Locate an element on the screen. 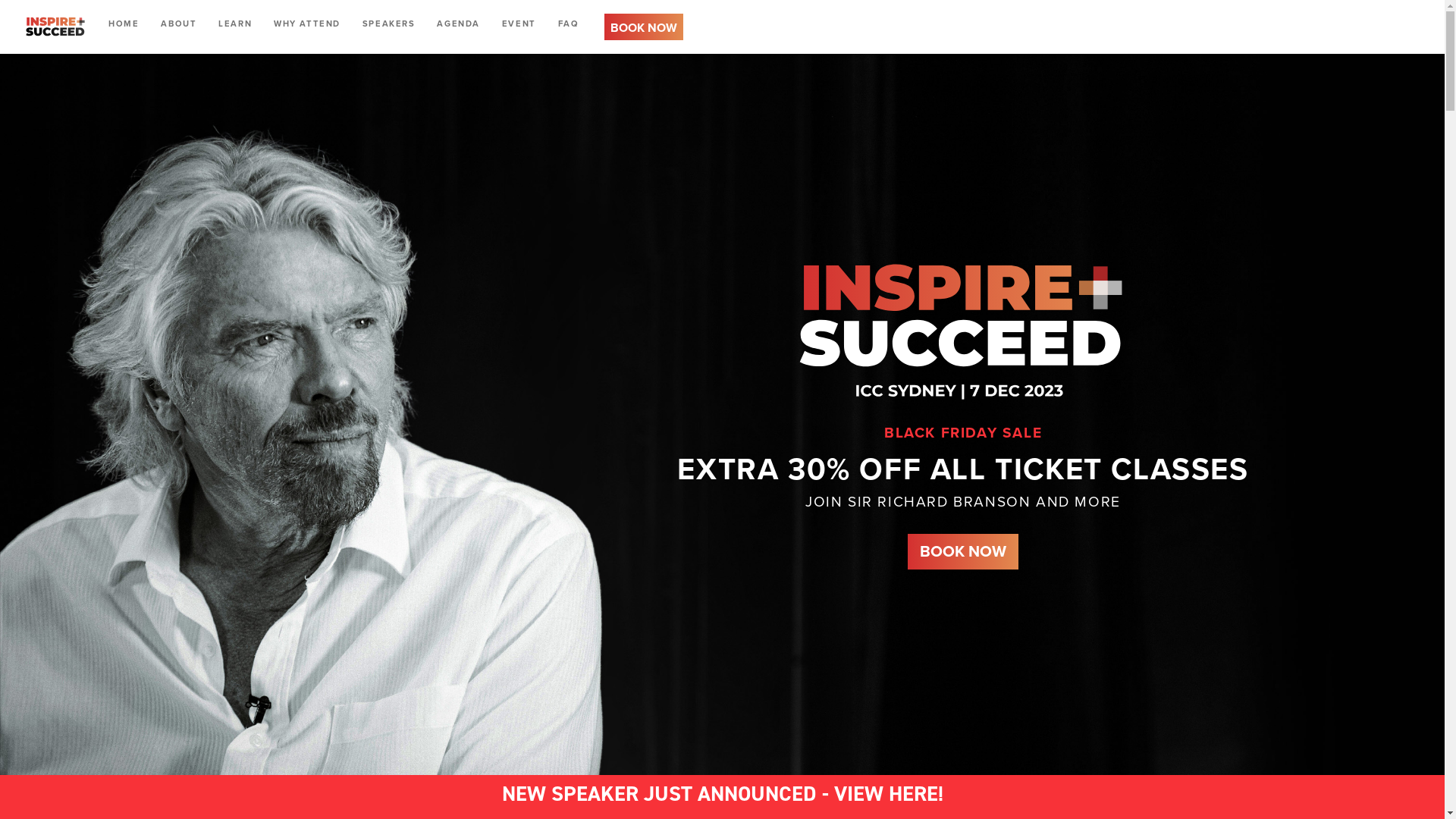 This screenshot has height=819, width=1456. 'EVENT' is located at coordinates (519, 23).